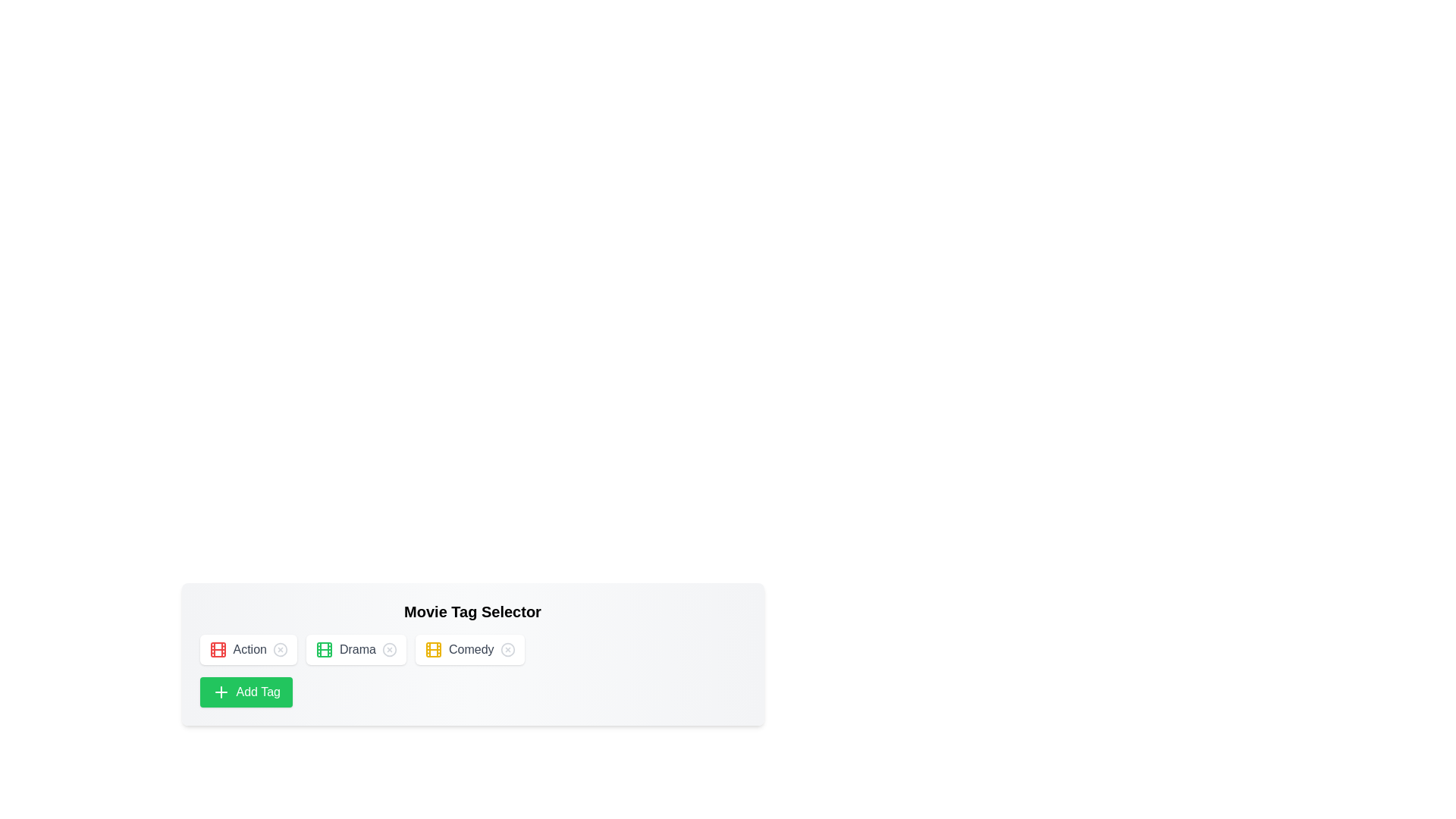  I want to click on the tag with name Action by clicking its 'X' icon, so click(280, 648).